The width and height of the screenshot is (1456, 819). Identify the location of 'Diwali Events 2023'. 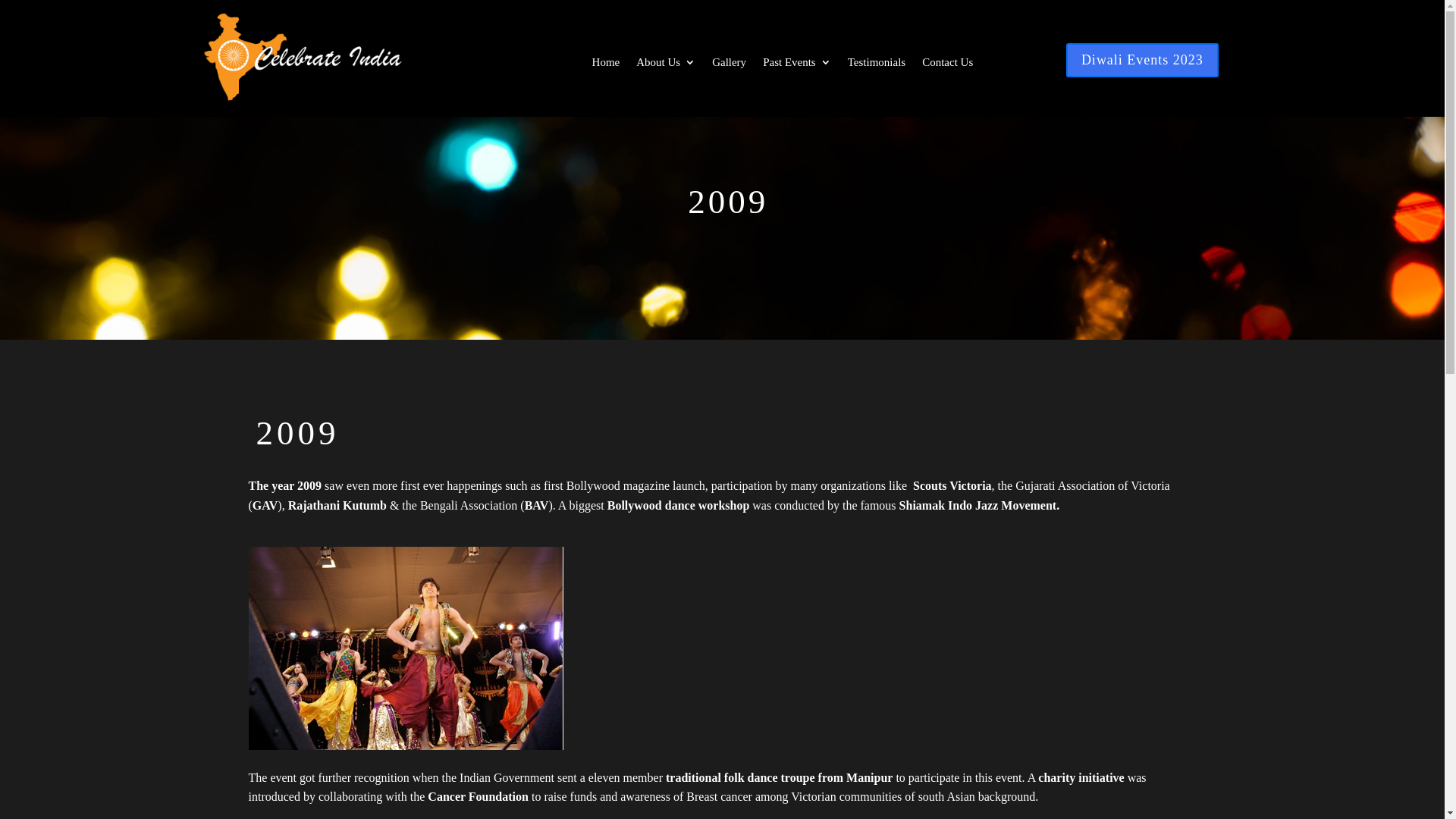
(1142, 59).